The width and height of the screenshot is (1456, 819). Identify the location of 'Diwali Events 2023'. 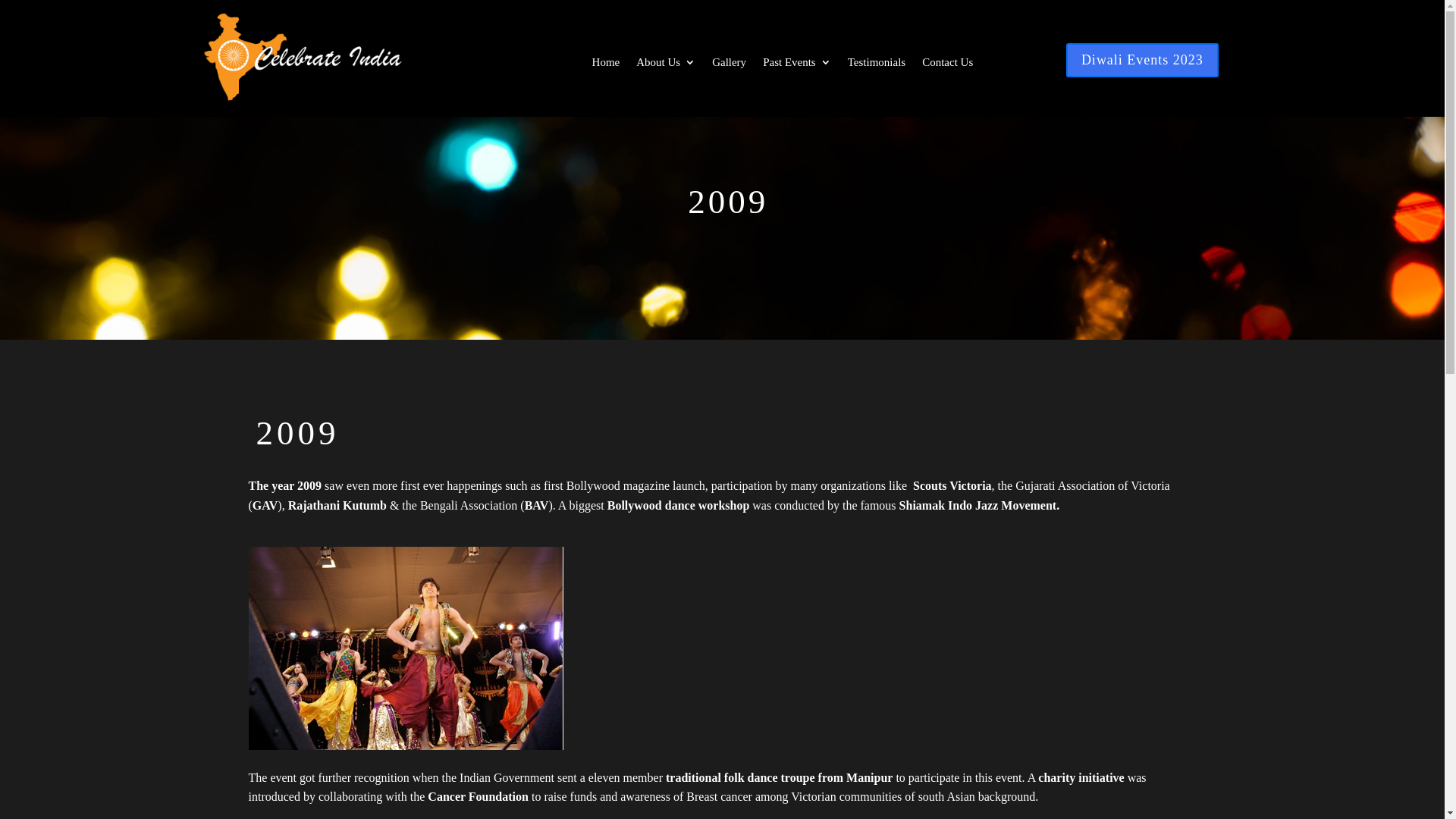
(1142, 59).